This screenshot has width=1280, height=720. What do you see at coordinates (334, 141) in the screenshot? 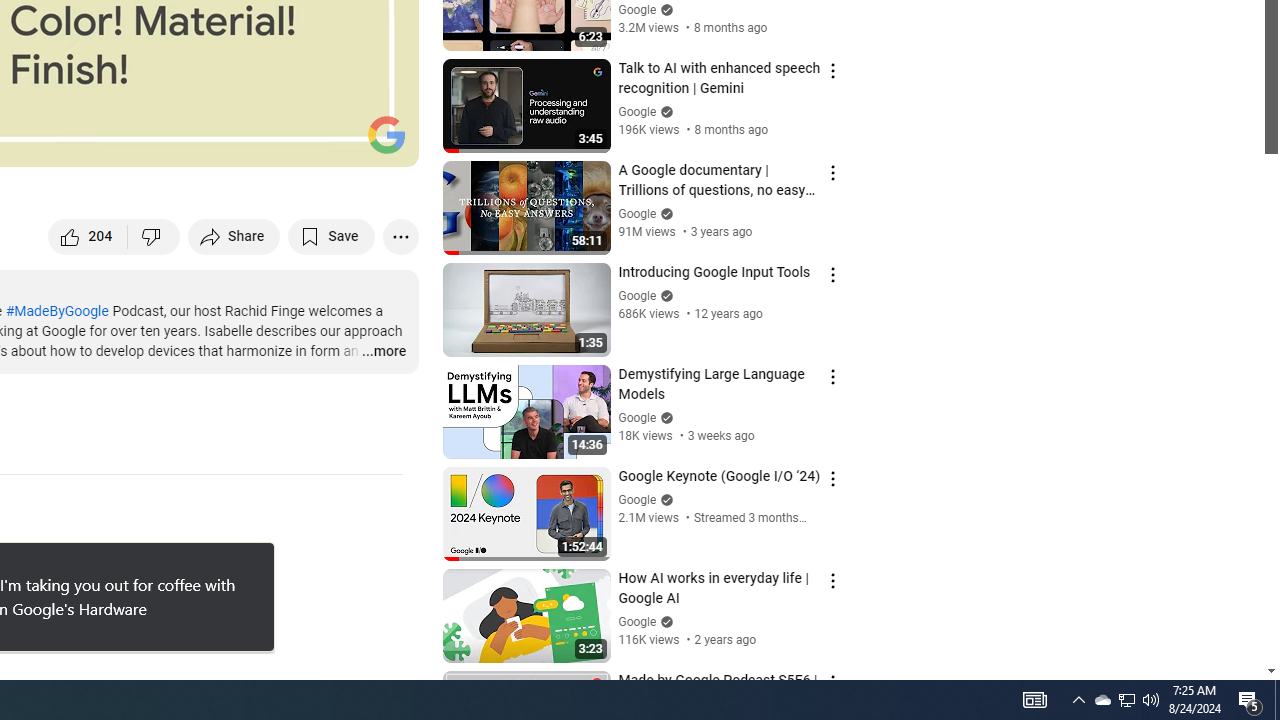
I see `'Theater mode (t)'` at bounding box center [334, 141].